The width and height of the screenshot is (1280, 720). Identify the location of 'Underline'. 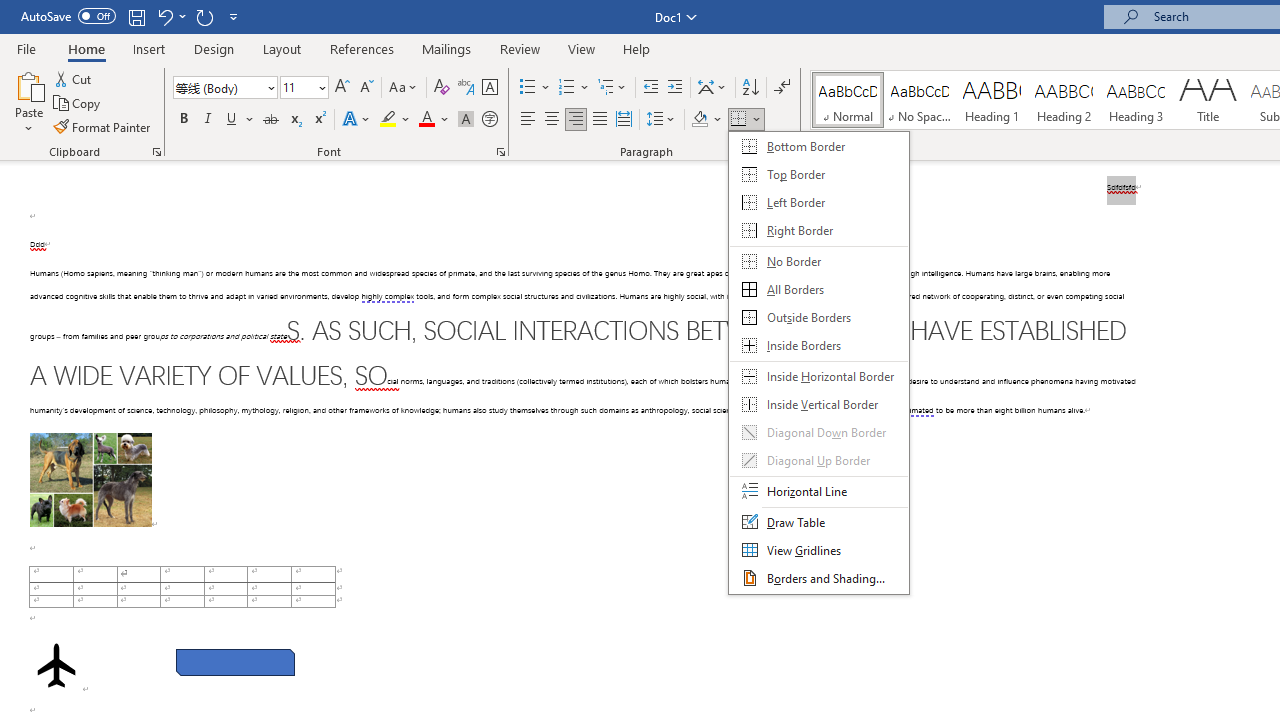
(240, 119).